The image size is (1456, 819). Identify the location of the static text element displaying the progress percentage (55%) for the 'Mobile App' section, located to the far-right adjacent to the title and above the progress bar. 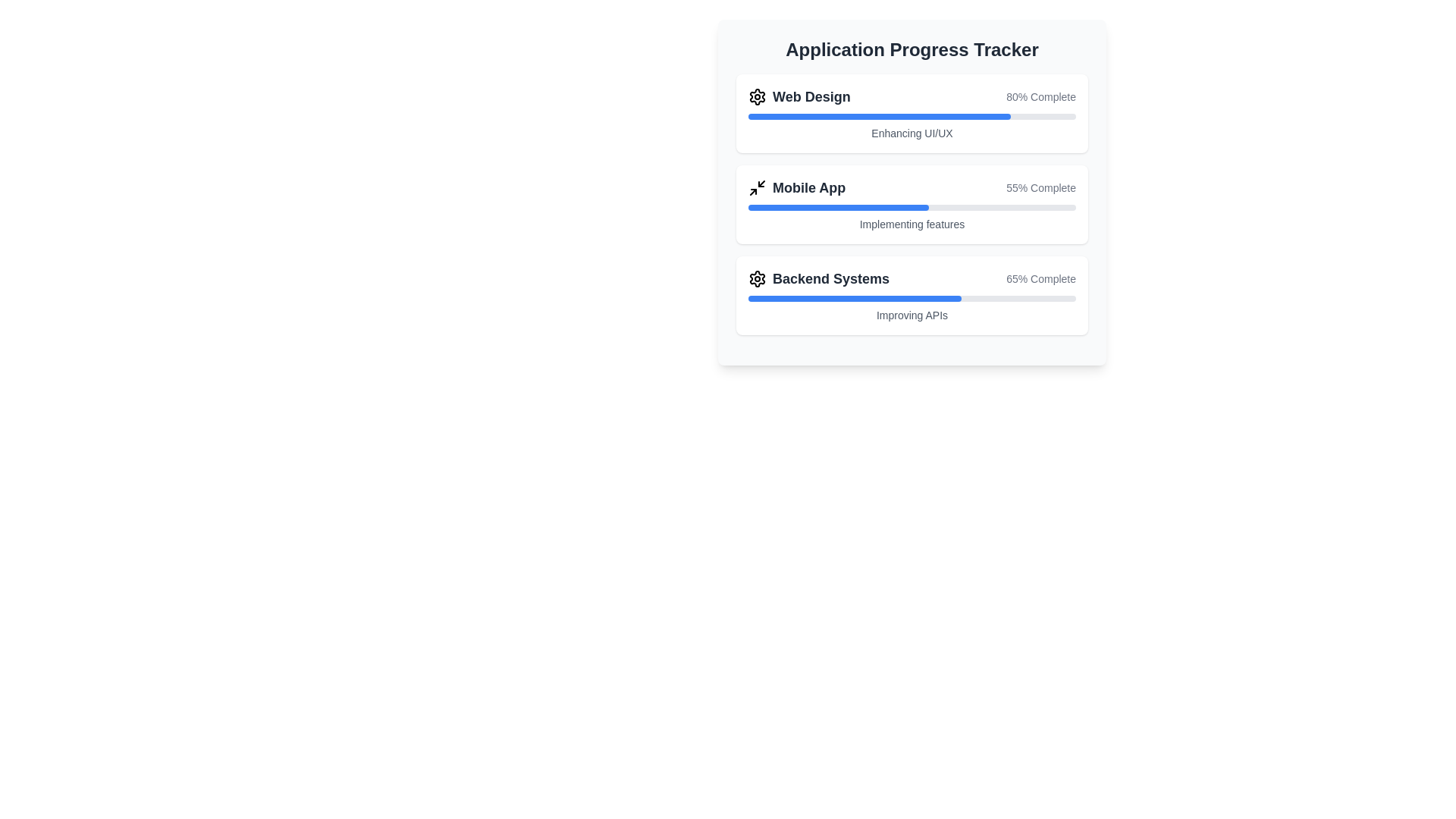
(1040, 187).